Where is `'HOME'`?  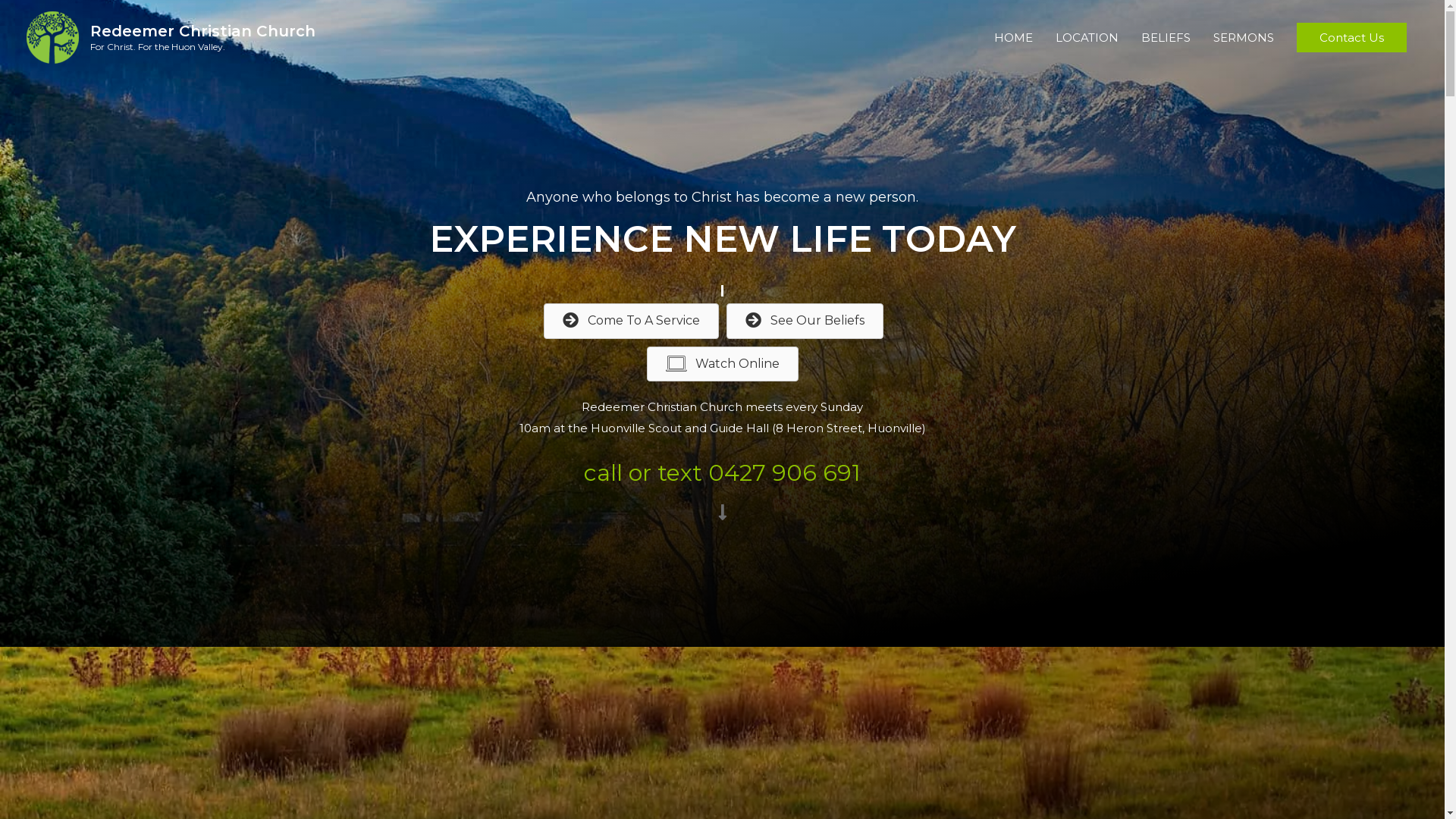
'HOME' is located at coordinates (1013, 37).